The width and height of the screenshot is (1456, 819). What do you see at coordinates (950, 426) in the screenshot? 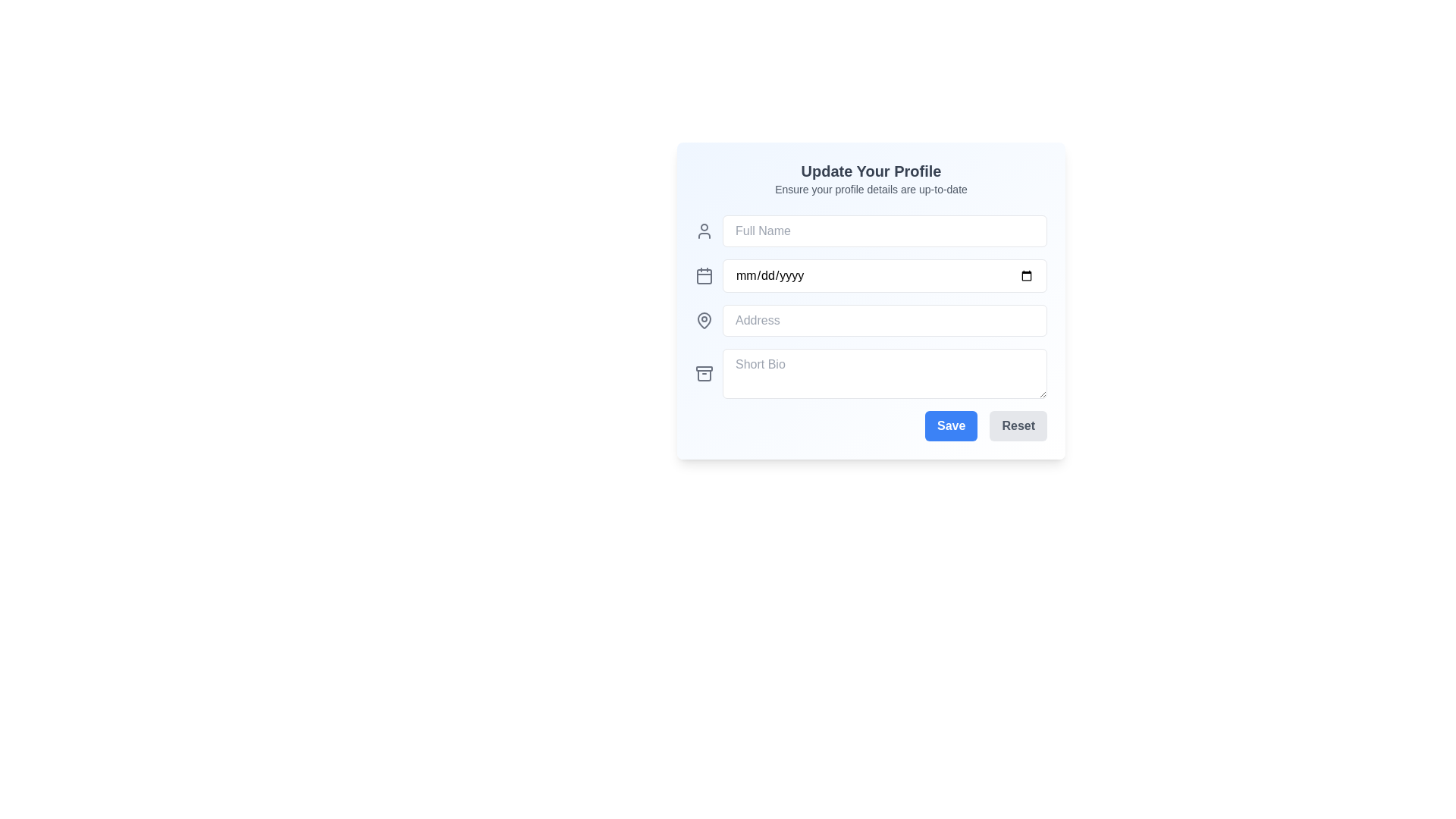
I see `the submit button located` at bounding box center [950, 426].